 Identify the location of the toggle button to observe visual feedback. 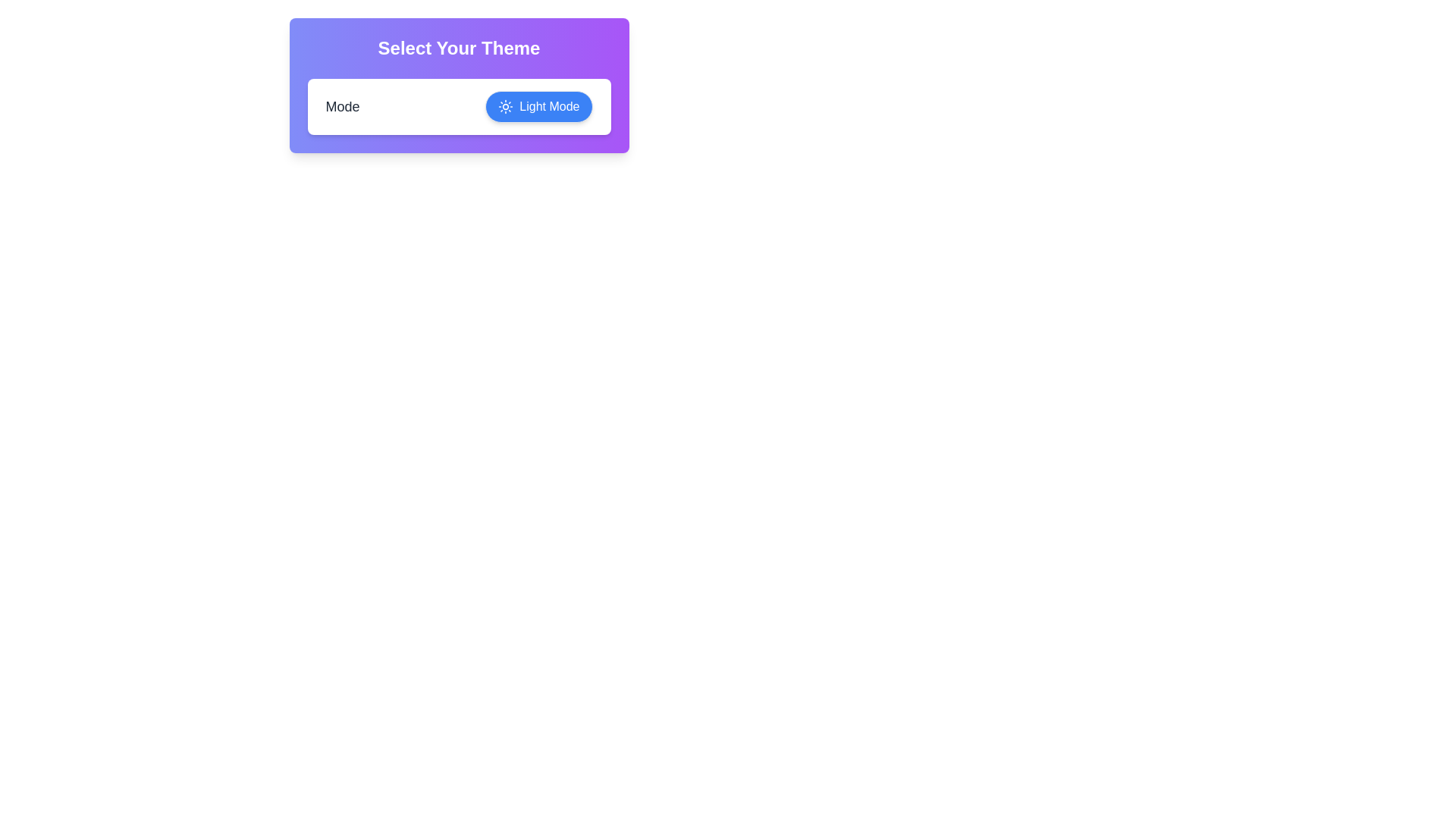
(538, 106).